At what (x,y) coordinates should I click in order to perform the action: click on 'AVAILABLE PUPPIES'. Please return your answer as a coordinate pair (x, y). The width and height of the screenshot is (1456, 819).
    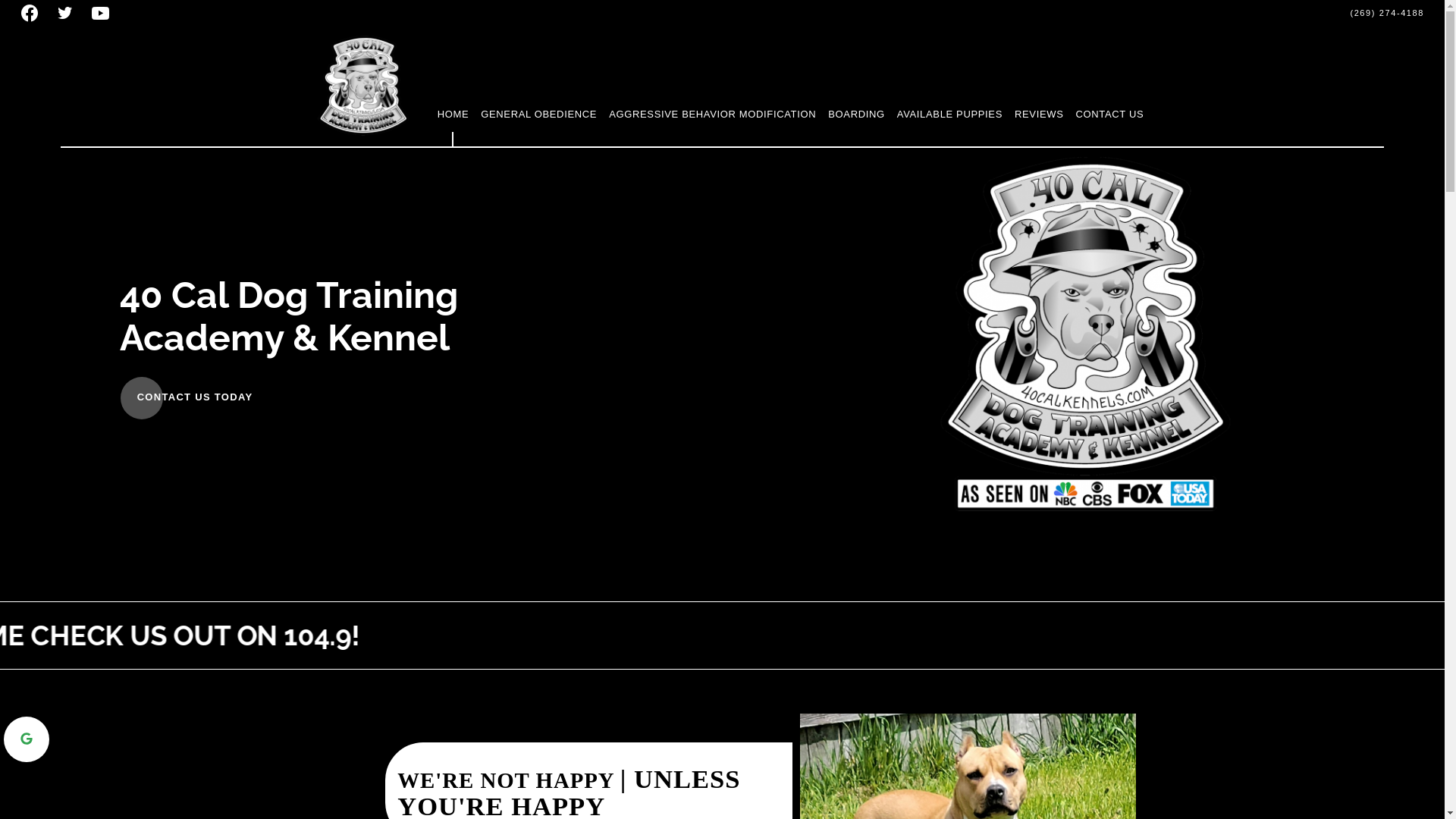
    Looking at the image, I should click on (949, 113).